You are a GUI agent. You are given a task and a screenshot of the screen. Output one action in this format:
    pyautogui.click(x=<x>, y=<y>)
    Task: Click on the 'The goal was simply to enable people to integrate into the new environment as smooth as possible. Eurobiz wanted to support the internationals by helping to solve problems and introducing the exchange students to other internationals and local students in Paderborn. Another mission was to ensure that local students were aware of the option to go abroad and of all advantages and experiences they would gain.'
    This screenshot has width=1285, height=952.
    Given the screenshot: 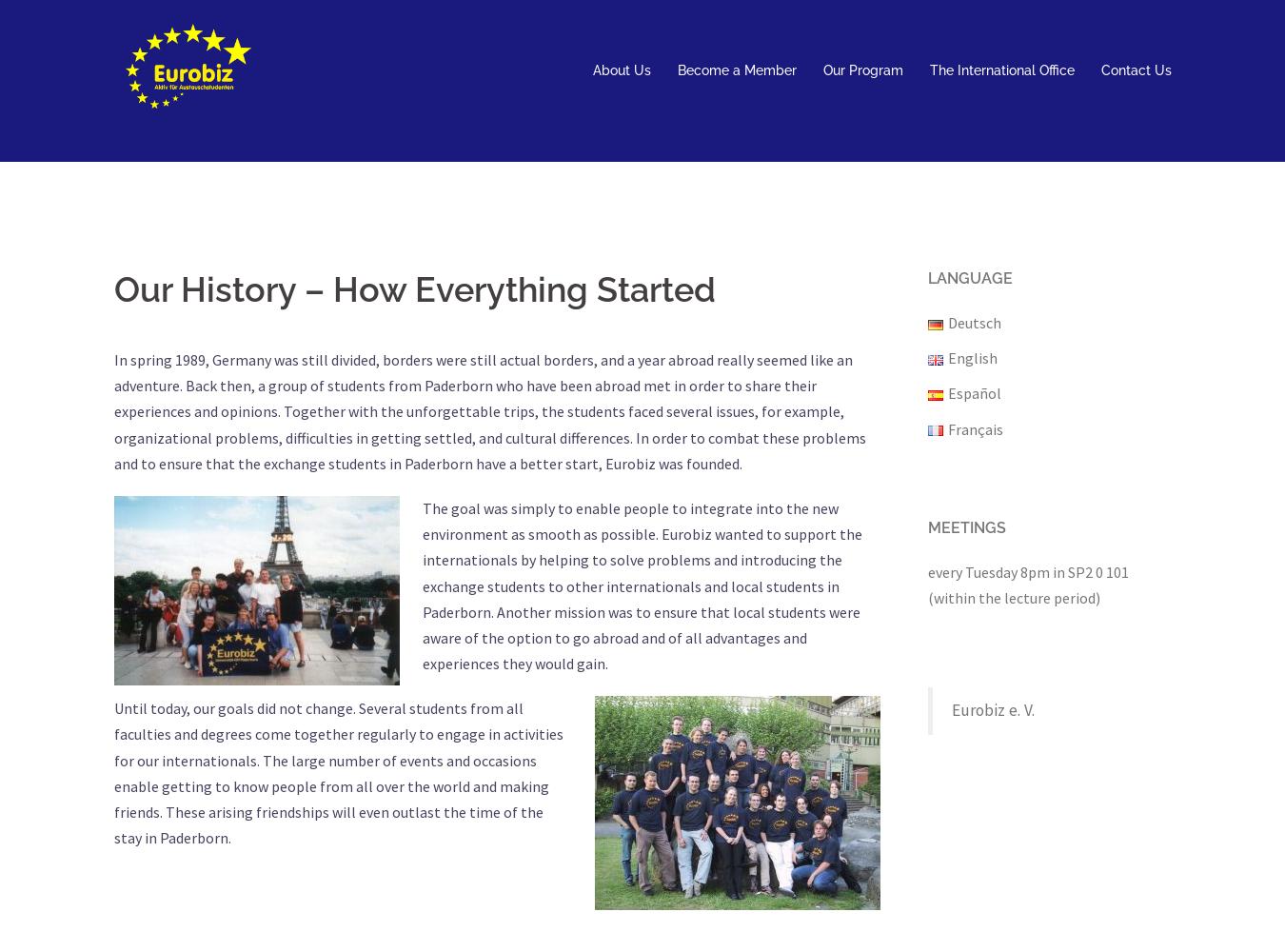 What is the action you would take?
    pyautogui.click(x=642, y=585)
    